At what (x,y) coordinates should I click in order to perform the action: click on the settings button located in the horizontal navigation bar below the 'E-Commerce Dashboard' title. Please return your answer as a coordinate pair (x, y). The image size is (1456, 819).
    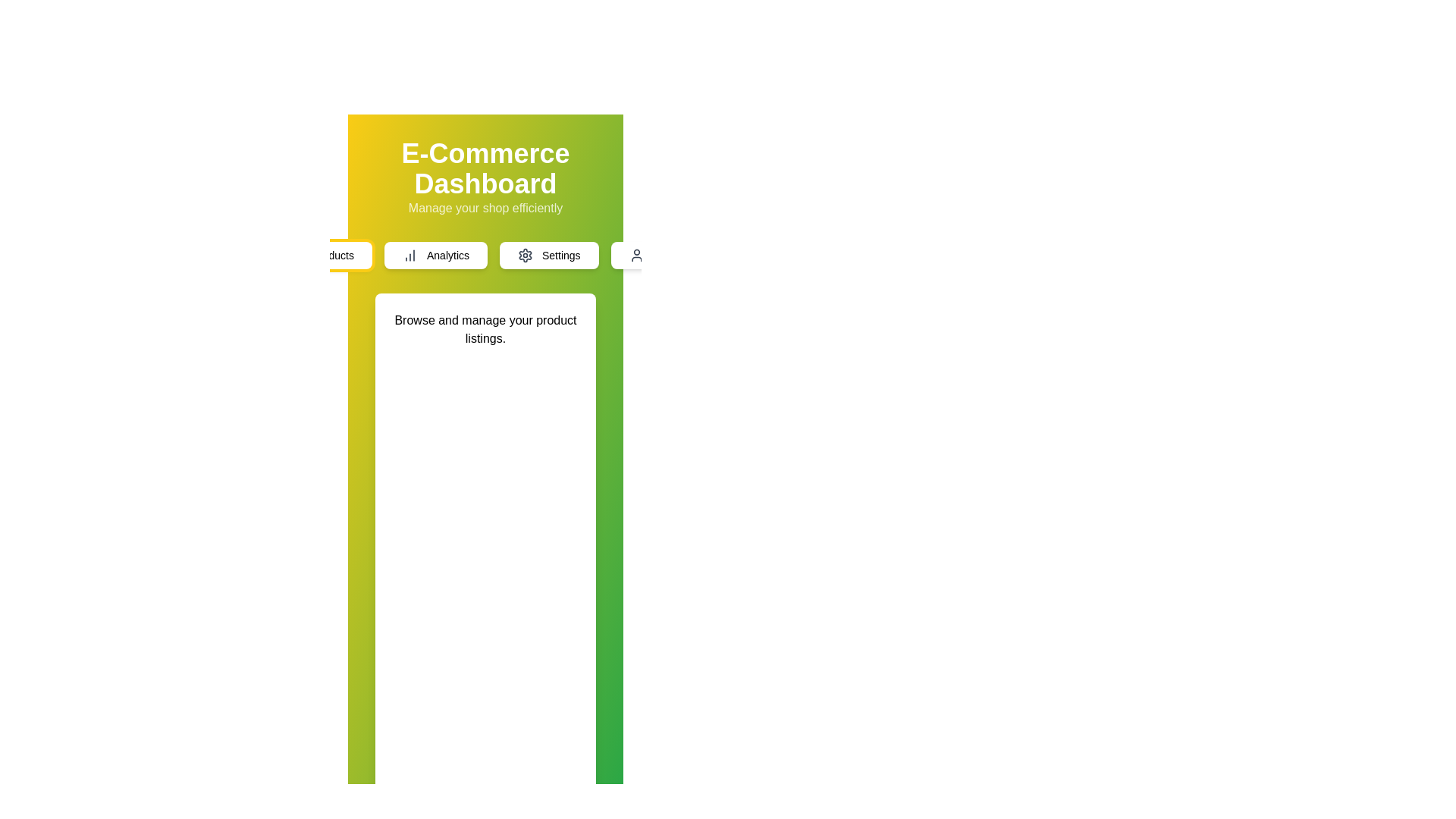
    Looking at the image, I should click on (548, 254).